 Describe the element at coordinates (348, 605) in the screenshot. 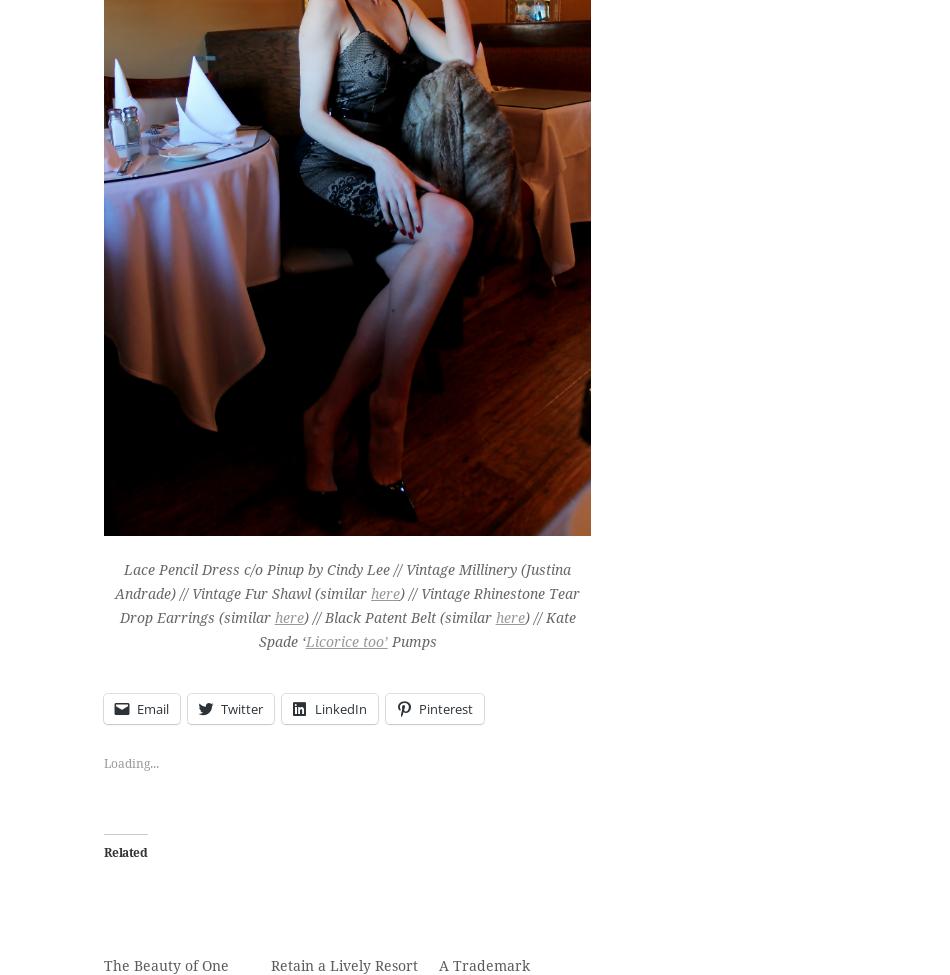

I see `') // Vintage Rhinestone Tear Drop Earrings (similar'` at that location.